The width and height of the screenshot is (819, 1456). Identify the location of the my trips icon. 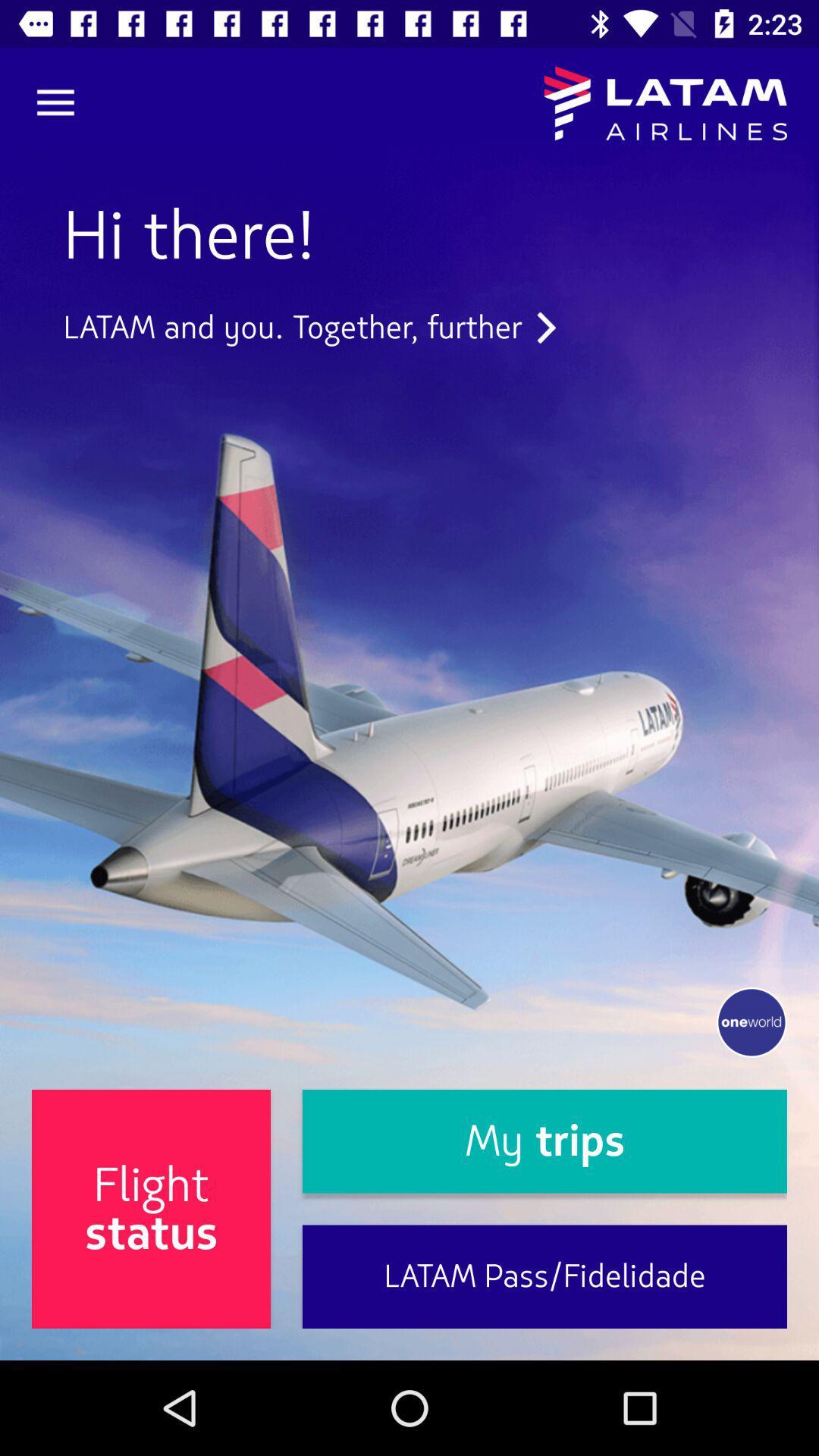
(544, 1141).